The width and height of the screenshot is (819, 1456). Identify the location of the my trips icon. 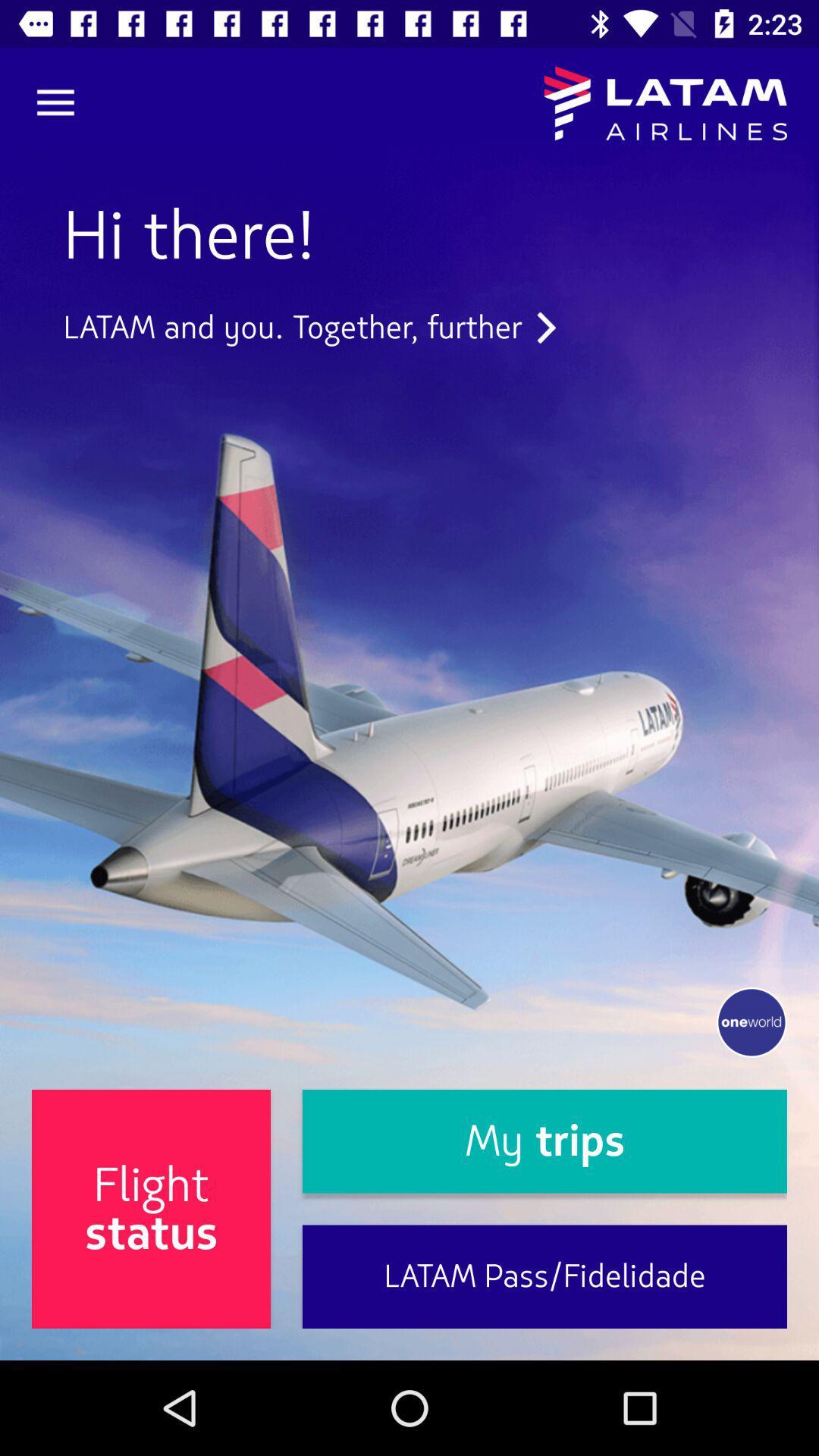
(544, 1141).